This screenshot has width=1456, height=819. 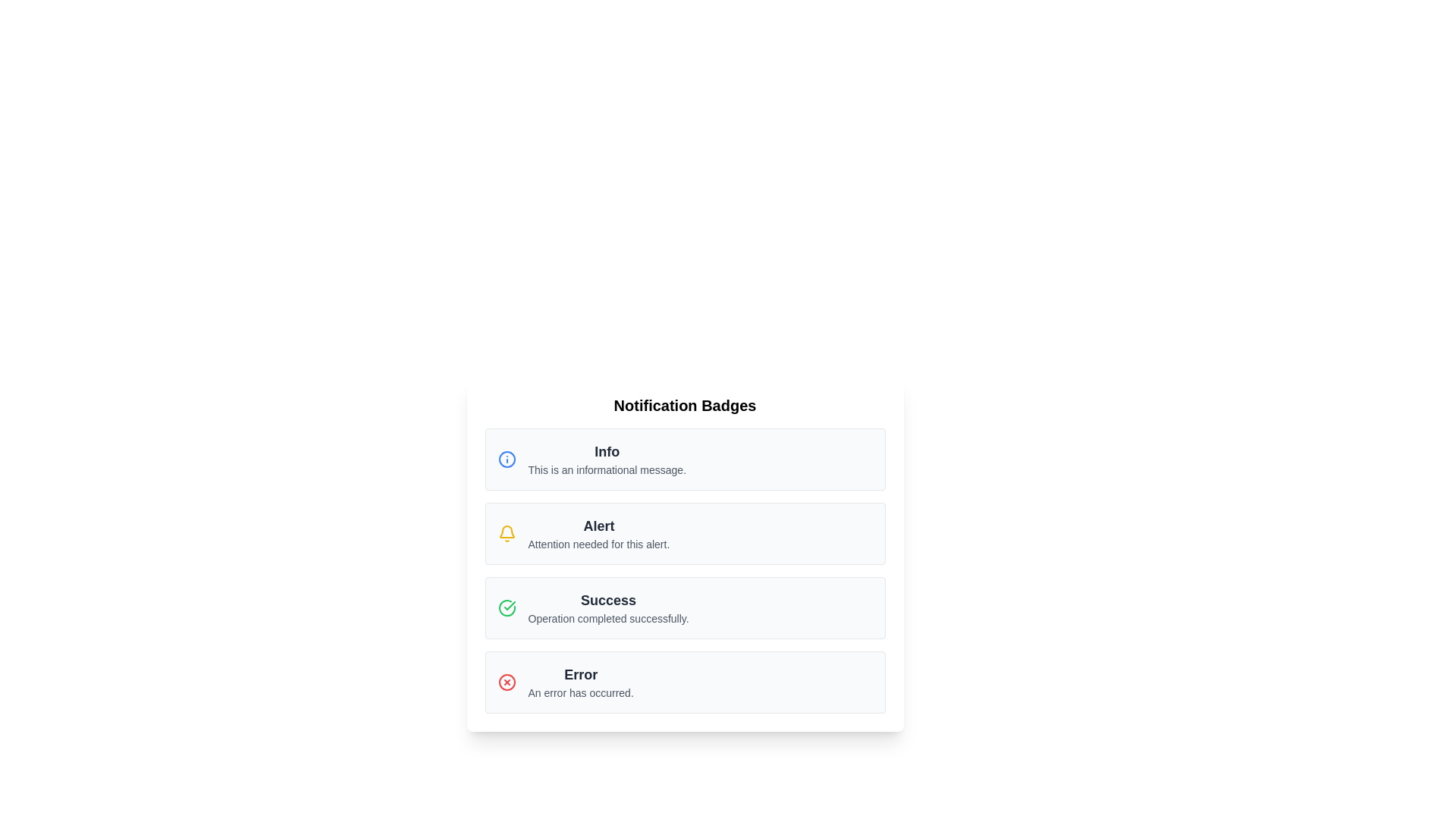 What do you see at coordinates (598, 543) in the screenshot?
I see `the descriptive text label for the 'Alert' notification, which is located below the title 'Alert' in the second notification block` at bounding box center [598, 543].